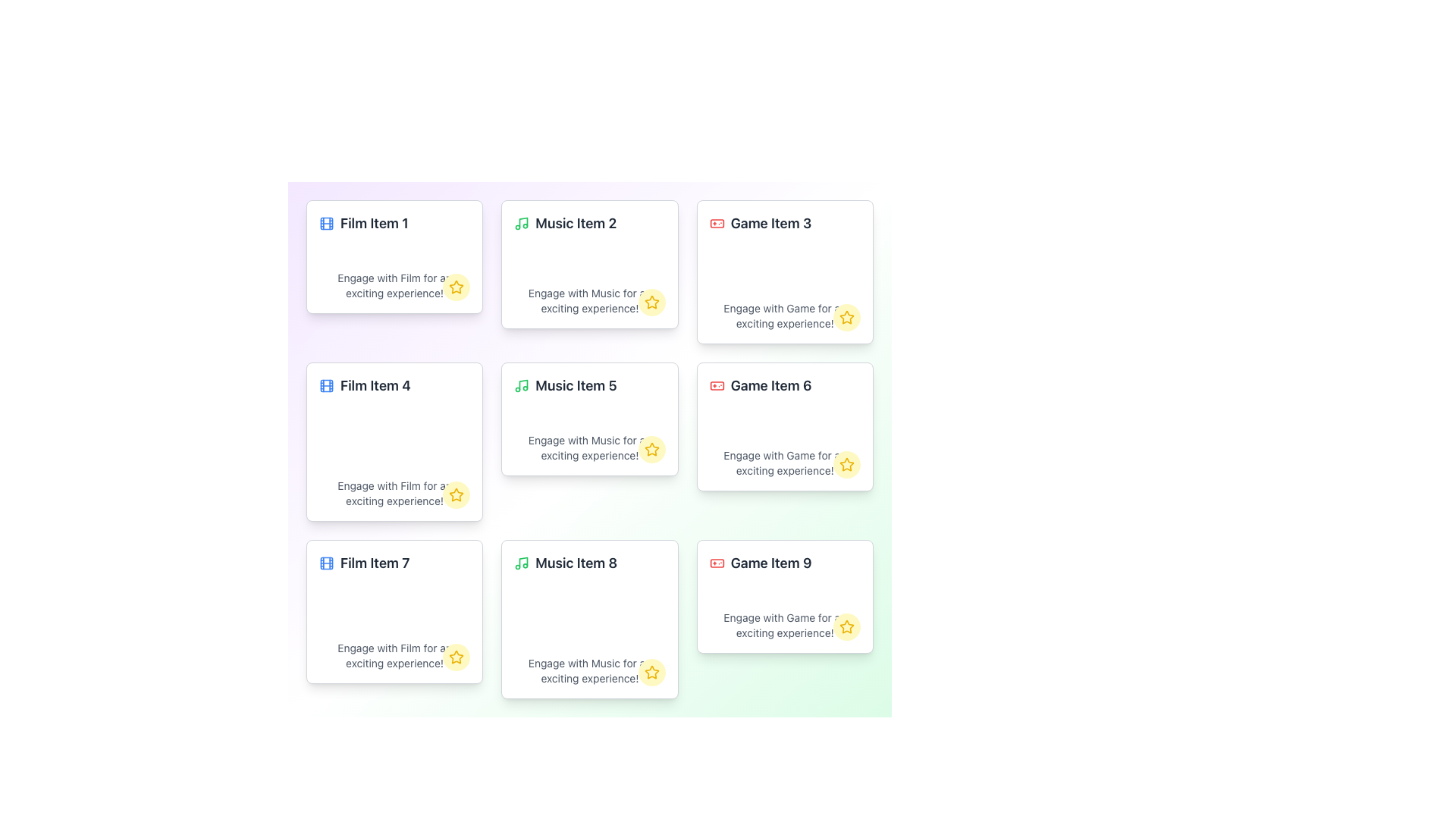 Image resolution: width=1456 pixels, height=819 pixels. What do you see at coordinates (326, 223) in the screenshot?
I see `central rectangle of the filmstrip icon located above the text 'Film Item 1' in the top-left card of the grid layout` at bounding box center [326, 223].